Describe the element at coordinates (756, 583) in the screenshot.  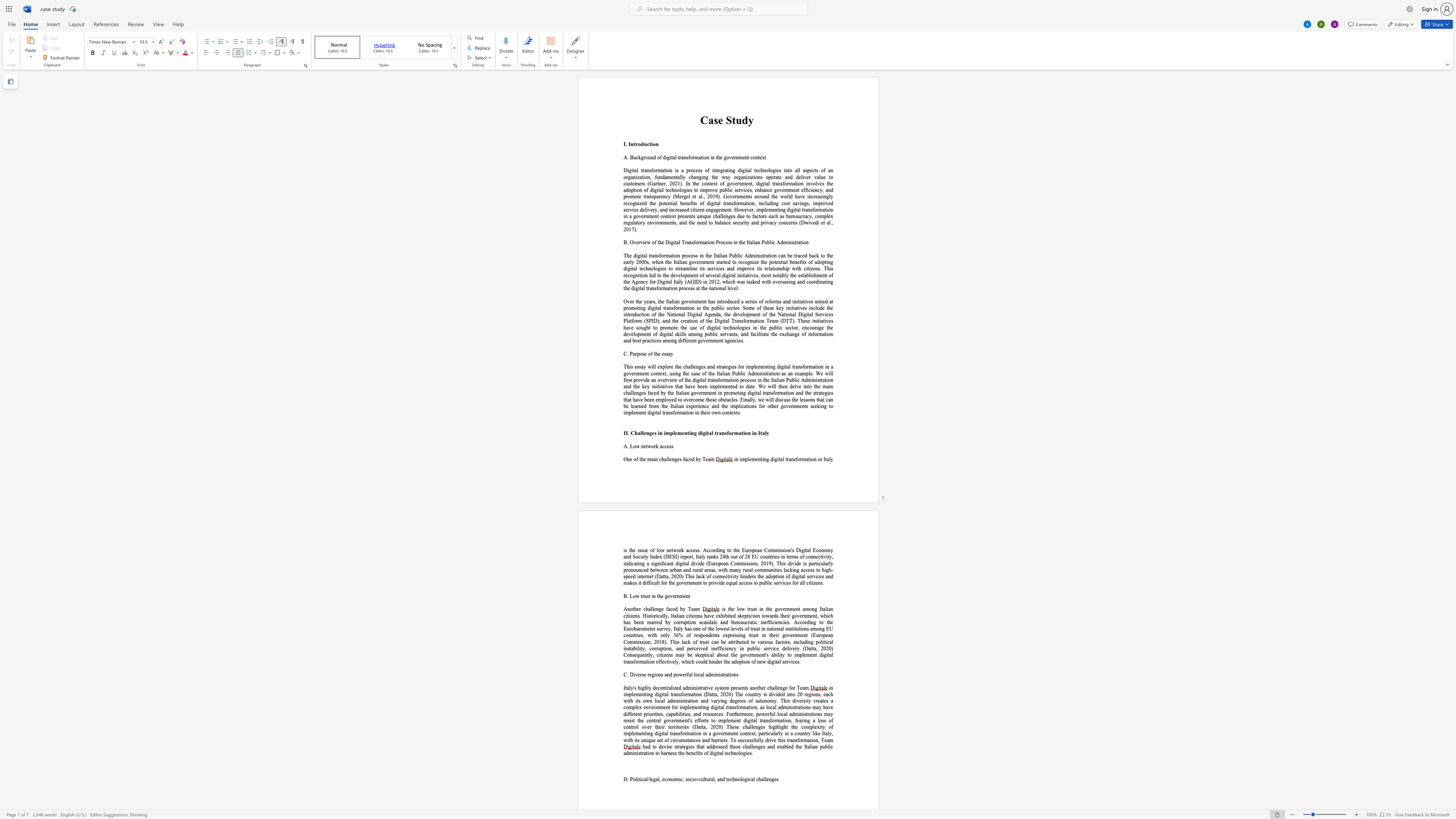
I see `the 10th character "o" in the text` at that location.